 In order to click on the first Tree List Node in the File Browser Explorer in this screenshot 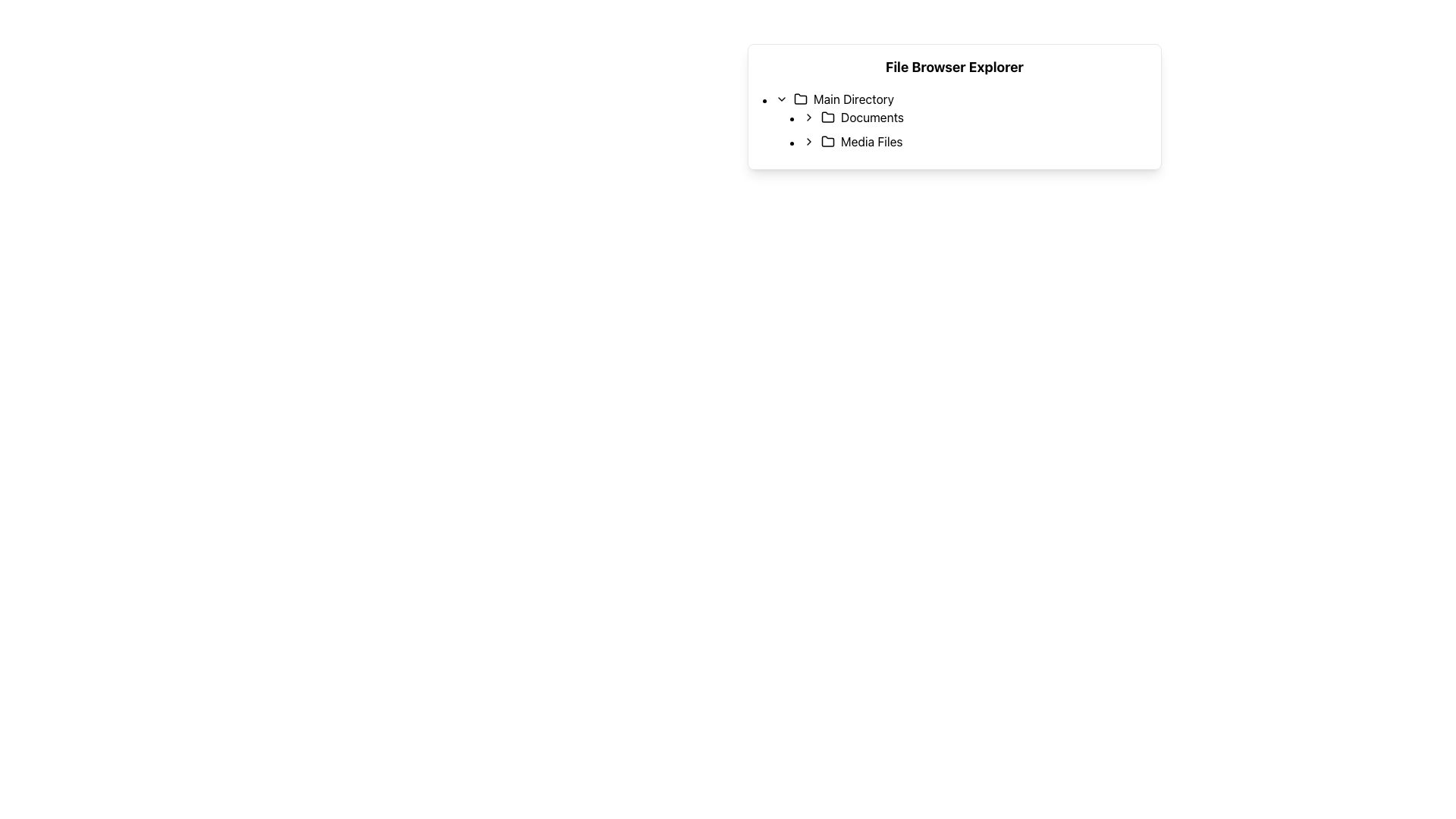, I will do `click(961, 119)`.